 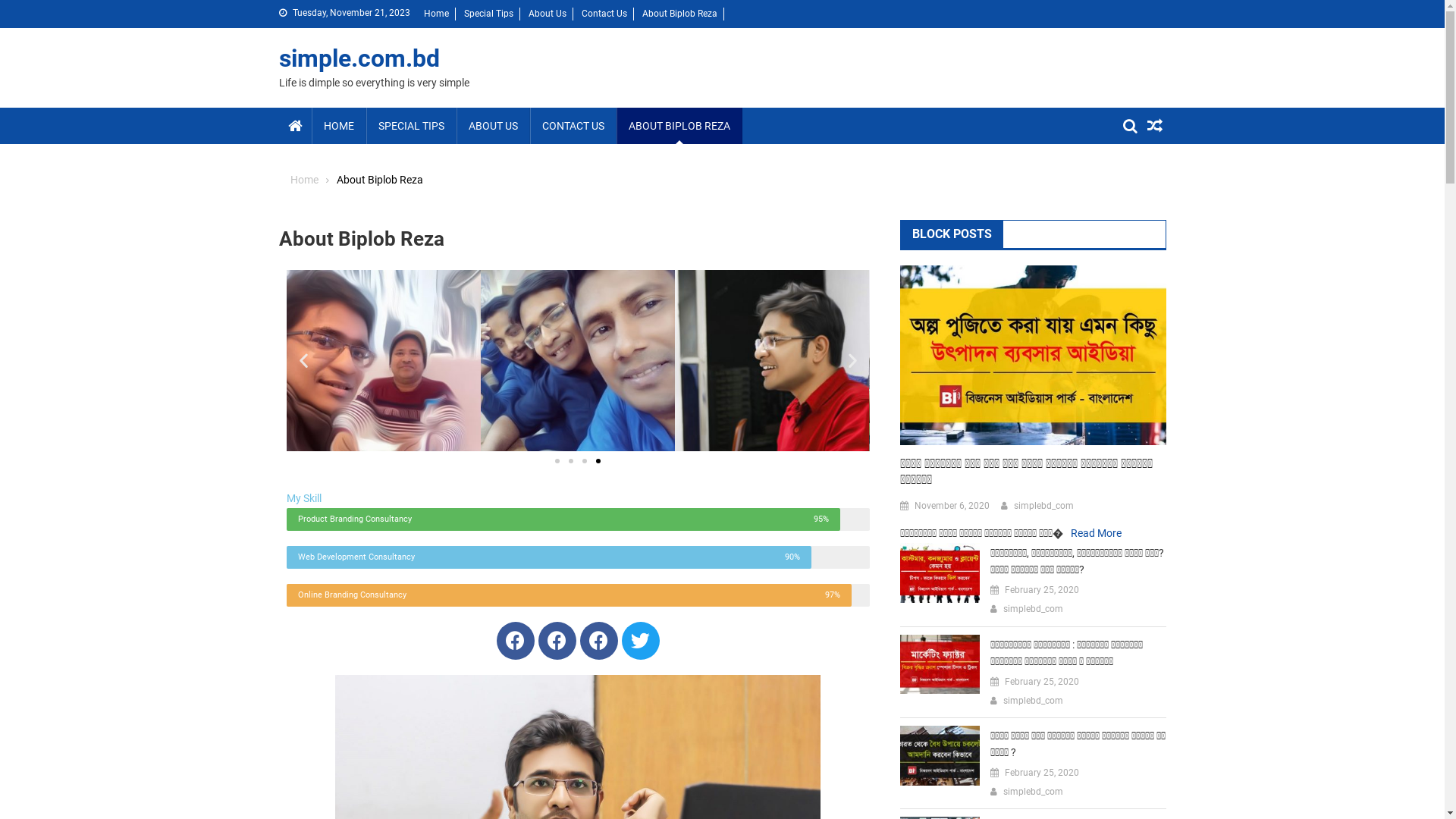 I want to click on 'Special Tips', so click(x=463, y=14).